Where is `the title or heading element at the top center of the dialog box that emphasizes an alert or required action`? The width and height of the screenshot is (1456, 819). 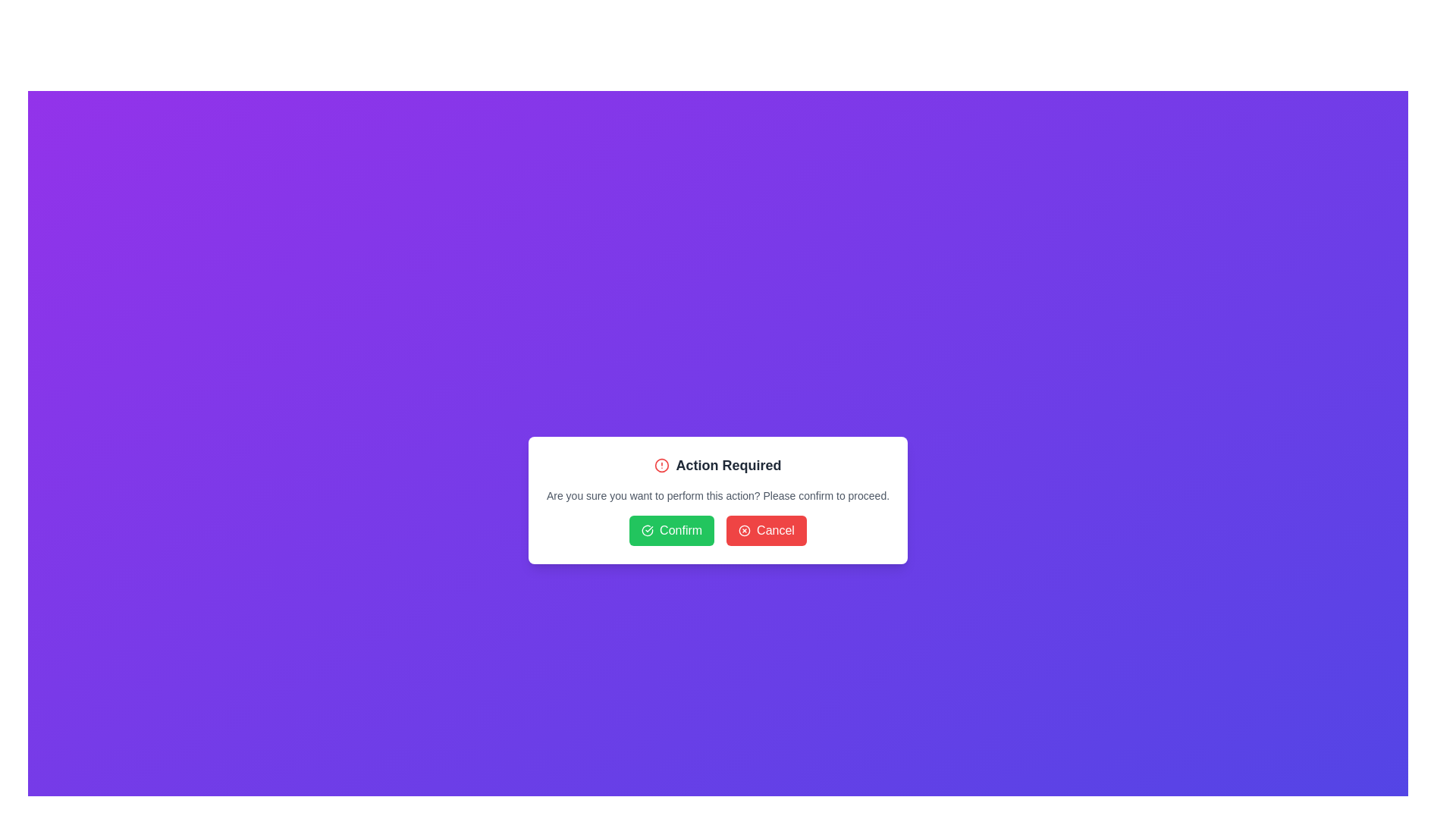
the title or heading element at the top center of the dialog box that emphasizes an alert or required action is located at coordinates (717, 464).